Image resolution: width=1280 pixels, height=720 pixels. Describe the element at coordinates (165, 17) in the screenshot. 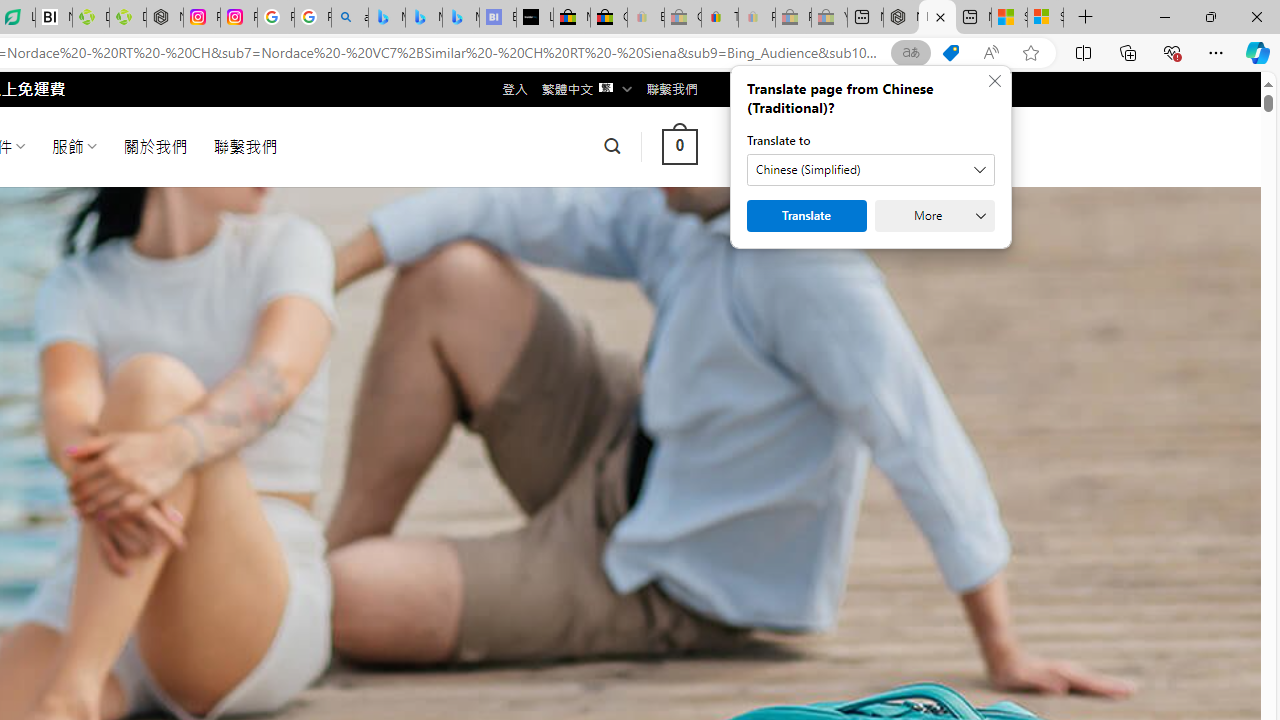

I see `'Nordace - Nordace Edin Collection'` at that location.